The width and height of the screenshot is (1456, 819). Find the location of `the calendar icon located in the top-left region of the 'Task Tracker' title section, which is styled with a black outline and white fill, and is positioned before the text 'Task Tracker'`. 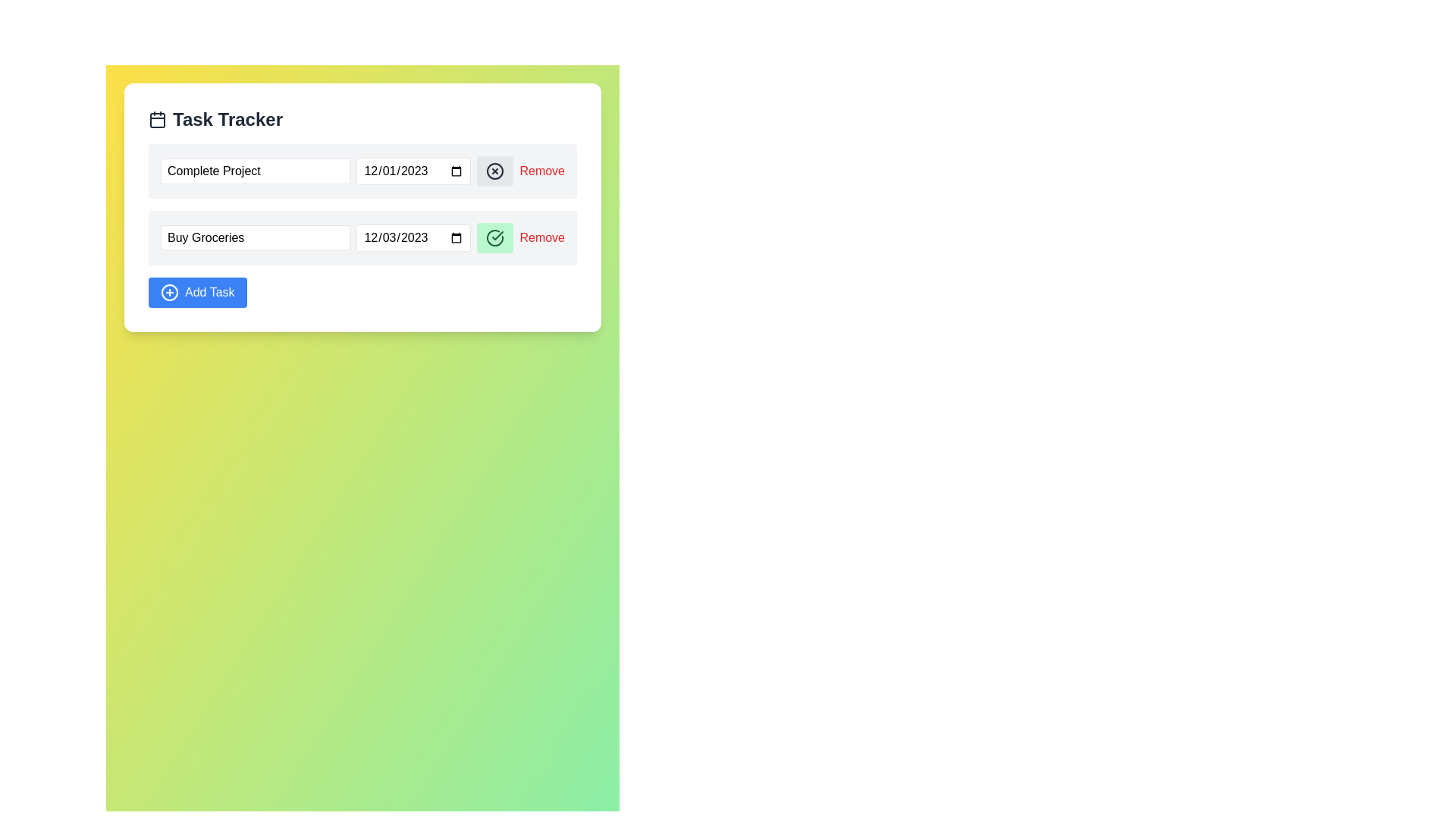

the calendar icon located in the top-left region of the 'Task Tracker' title section, which is styled with a black outline and white fill, and is positioned before the text 'Task Tracker' is located at coordinates (157, 119).